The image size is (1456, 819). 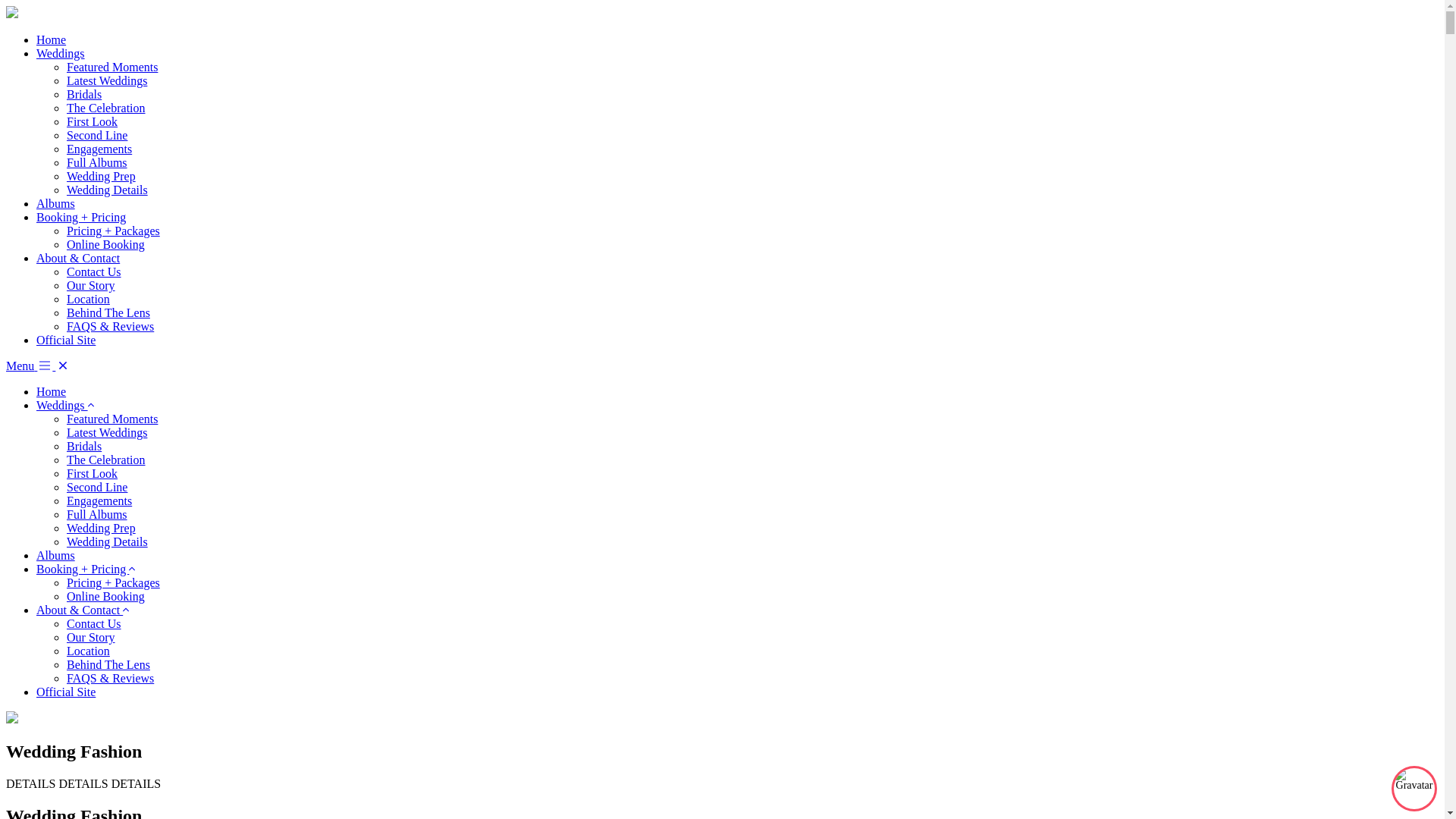 What do you see at coordinates (65, 459) in the screenshot?
I see `'The Celebration'` at bounding box center [65, 459].